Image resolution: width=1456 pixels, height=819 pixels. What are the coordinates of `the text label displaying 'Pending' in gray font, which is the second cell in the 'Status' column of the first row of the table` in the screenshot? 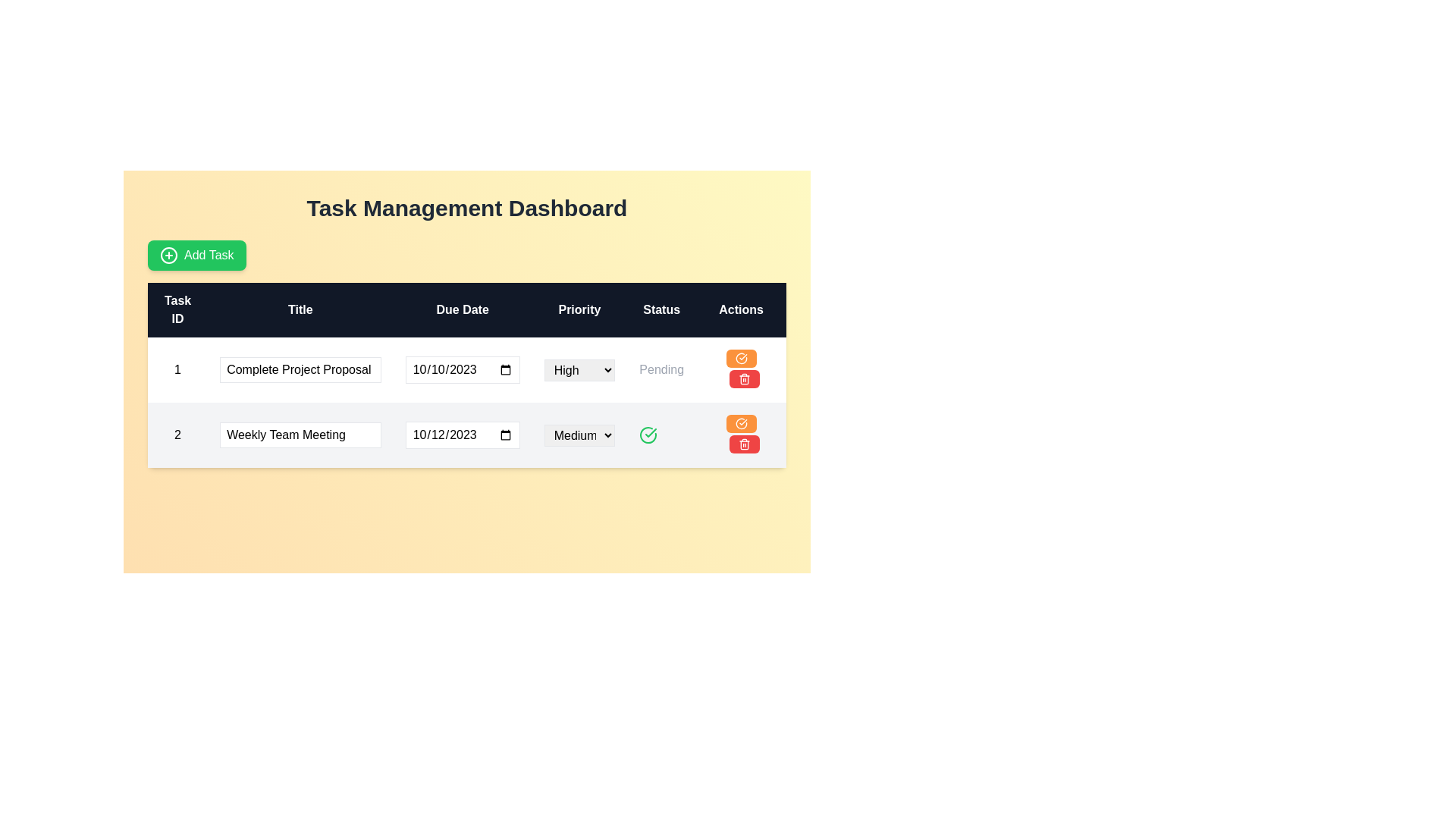 It's located at (661, 370).